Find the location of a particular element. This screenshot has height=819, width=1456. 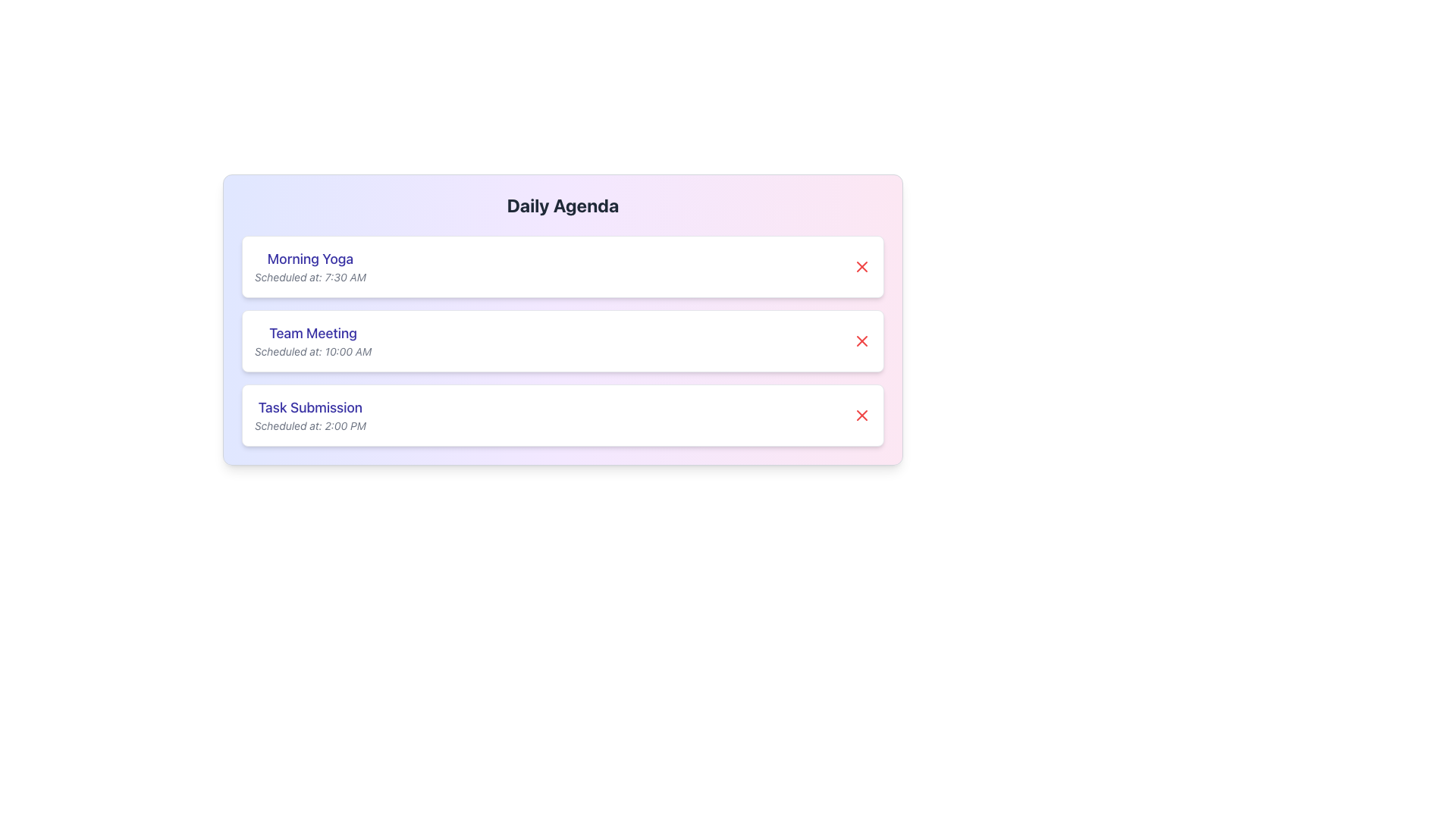

the Text Label that reads 'Scheduled at: 7:30 AM', which is styled in smaller italicized gray font and located directly below the title 'Morning Yoga' in the first agenda item of the 'Daily Agenda' list is located at coordinates (309, 278).